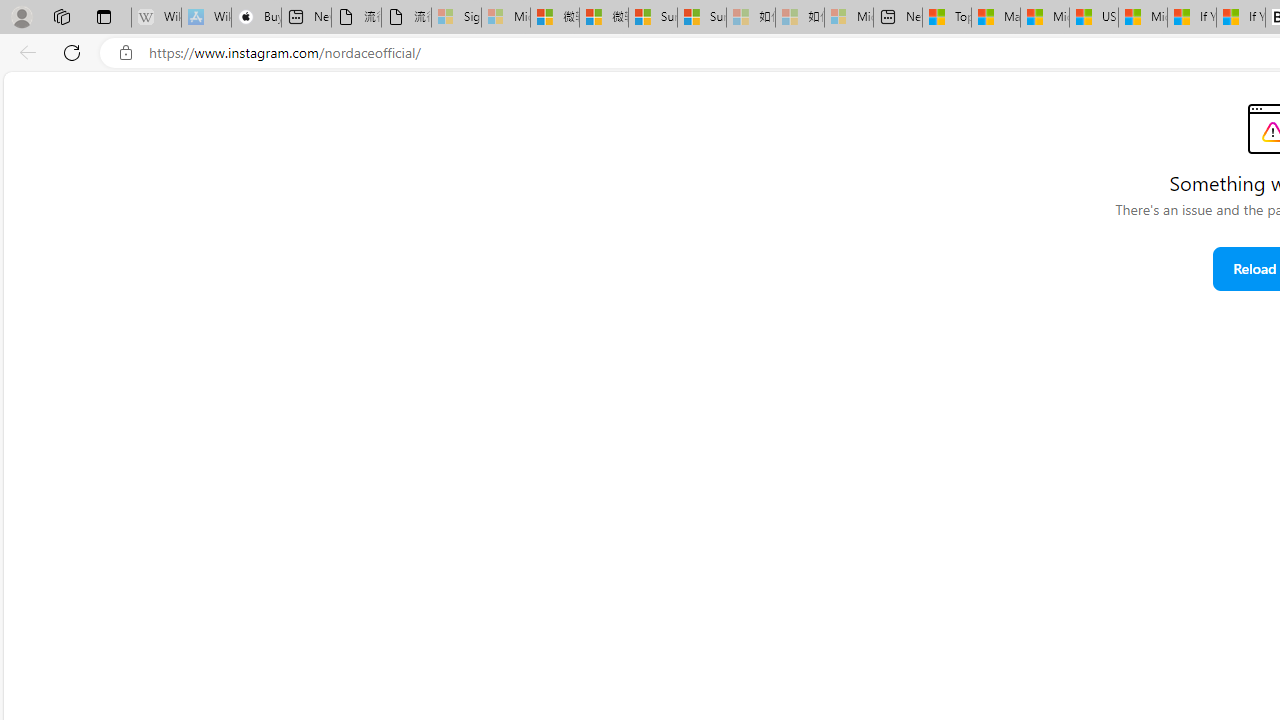 The image size is (1280, 720). I want to click on 'Wikipedia - Sleeping', so click(155, 17).